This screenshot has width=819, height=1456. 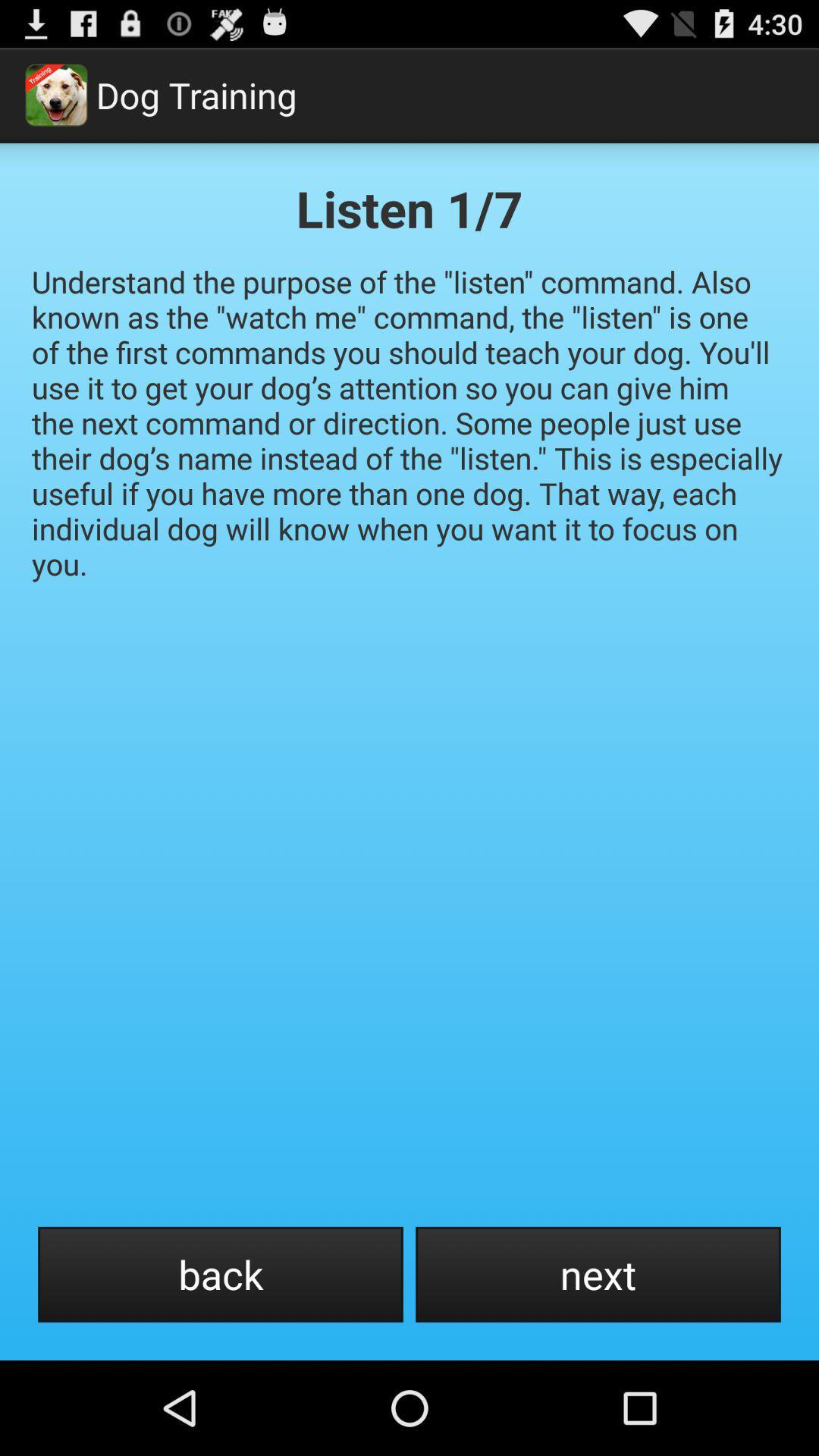 I want to click on button next to the back icon, so click(x=598, y=1274).